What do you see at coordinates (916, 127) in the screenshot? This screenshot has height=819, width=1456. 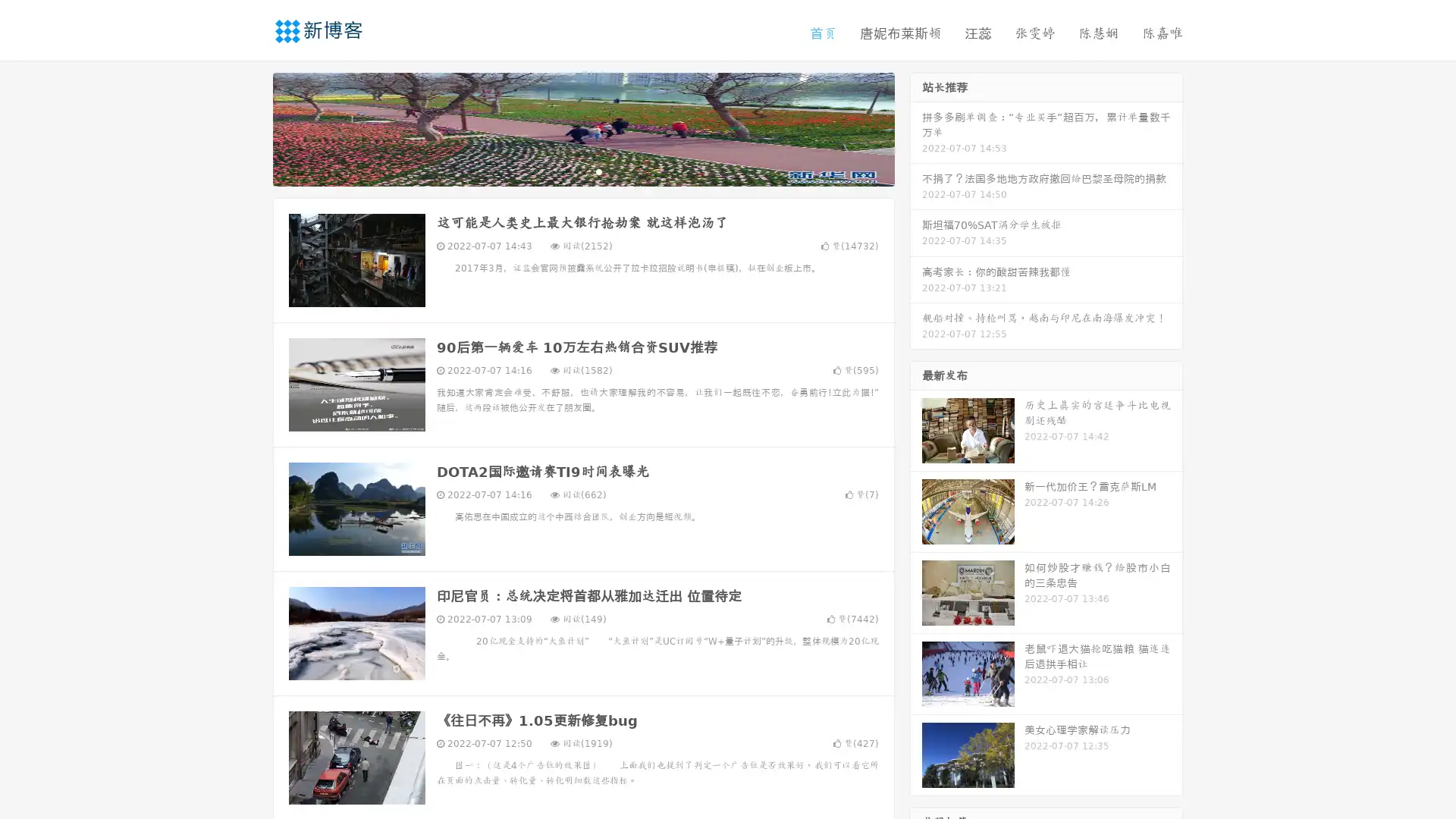 I see `Next slide` at bounding box center [916, 127].